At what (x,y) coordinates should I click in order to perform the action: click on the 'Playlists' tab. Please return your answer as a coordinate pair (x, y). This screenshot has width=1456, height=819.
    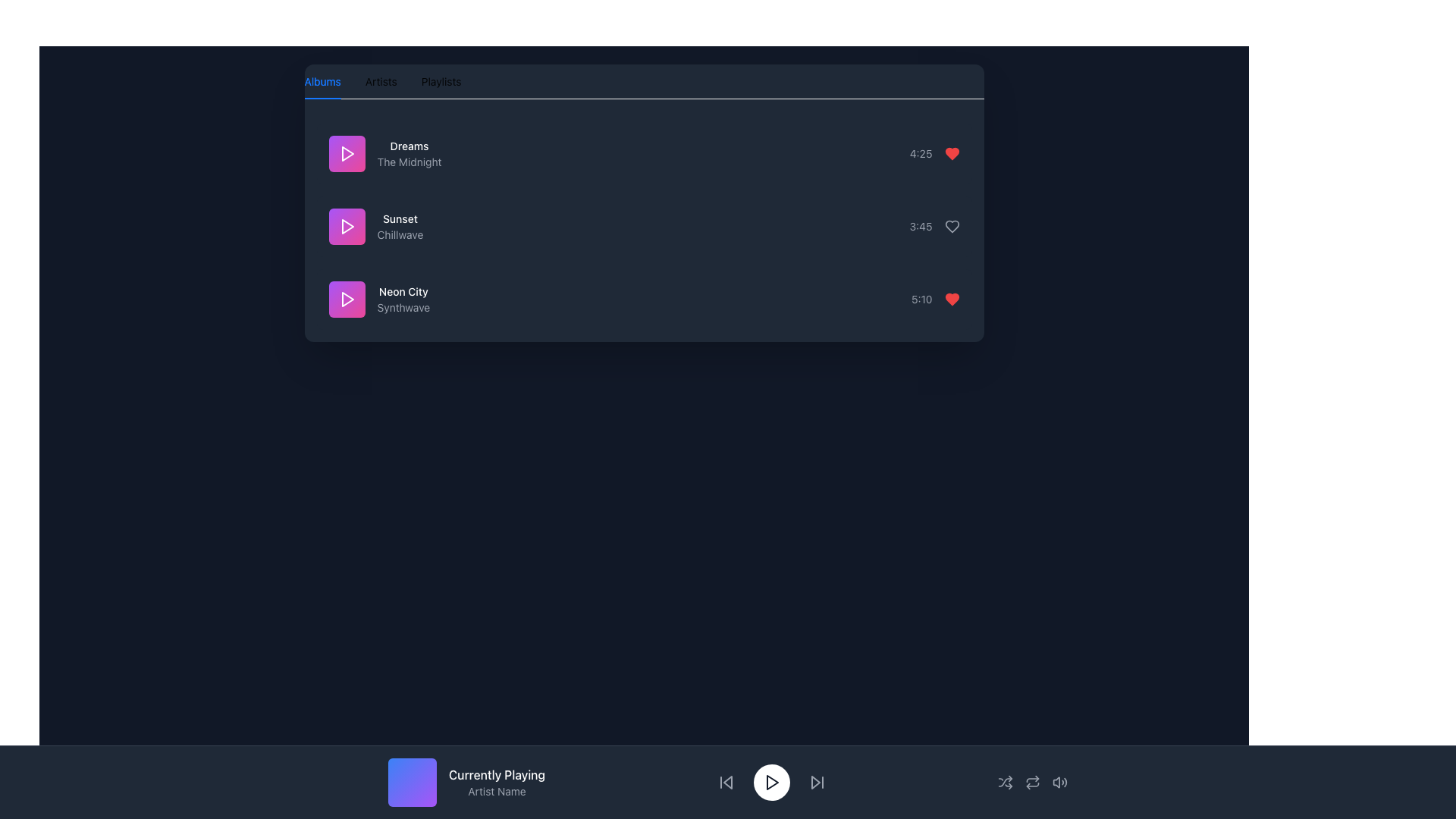
    Looking at the image, I should click on (441, 82).